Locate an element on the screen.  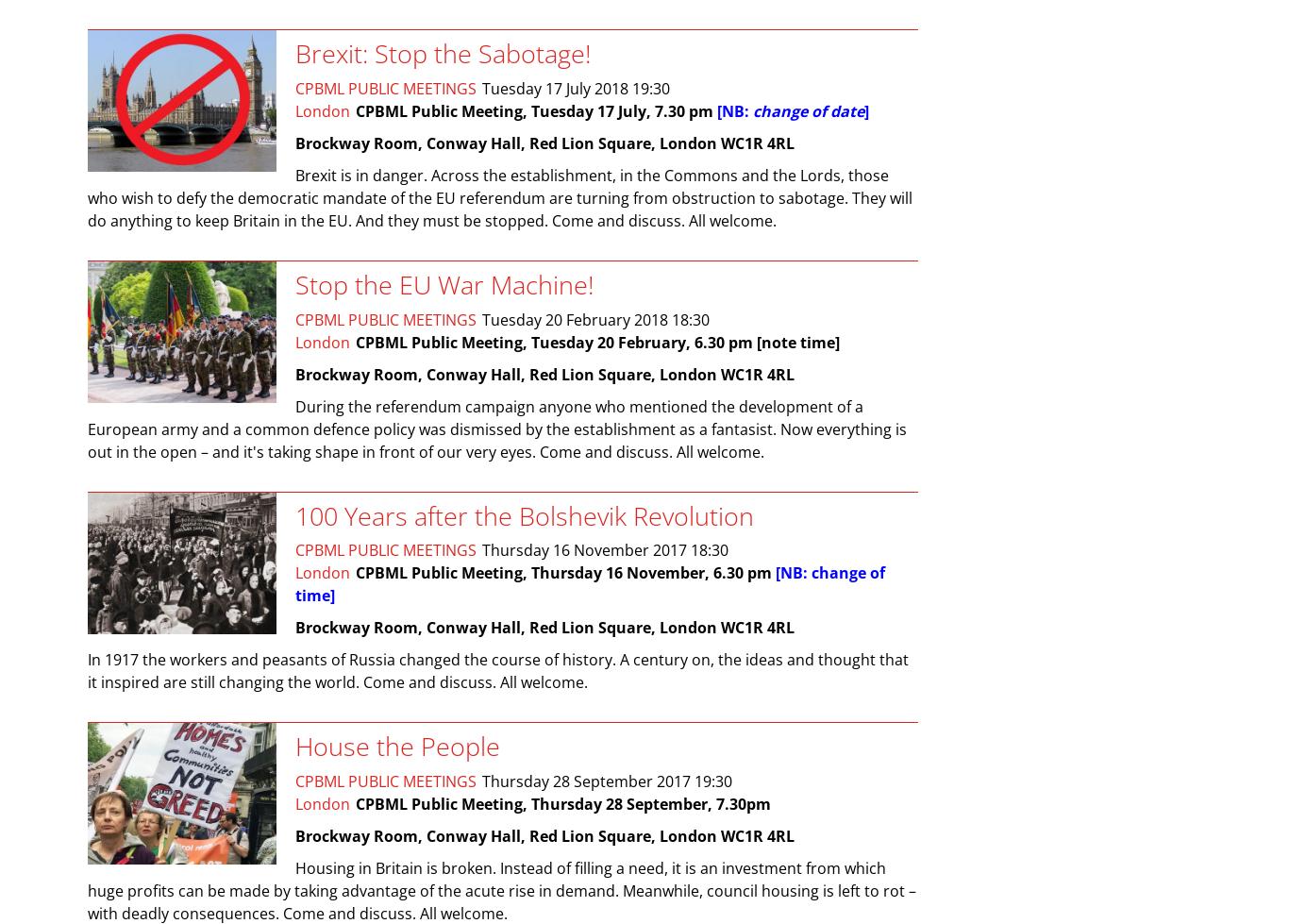
'CPBML Public Meeting, Tuesday 17 July, 7.30 pm' is located at coordinates (355, 110).